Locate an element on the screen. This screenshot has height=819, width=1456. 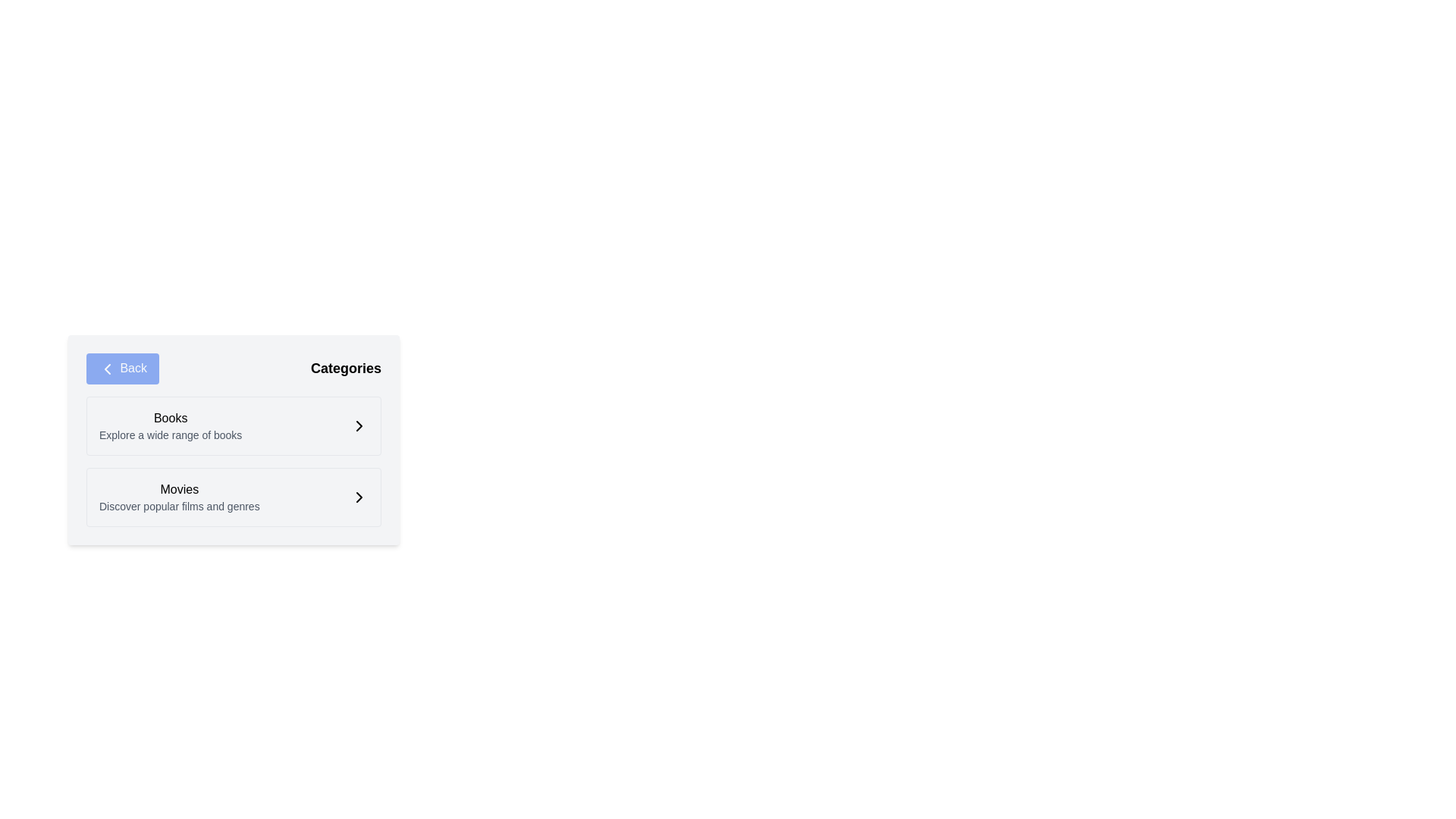
the right-facing chevron arrow icon located to the right of the 'Movies' item in the category list is located at coordinates (359, 497).